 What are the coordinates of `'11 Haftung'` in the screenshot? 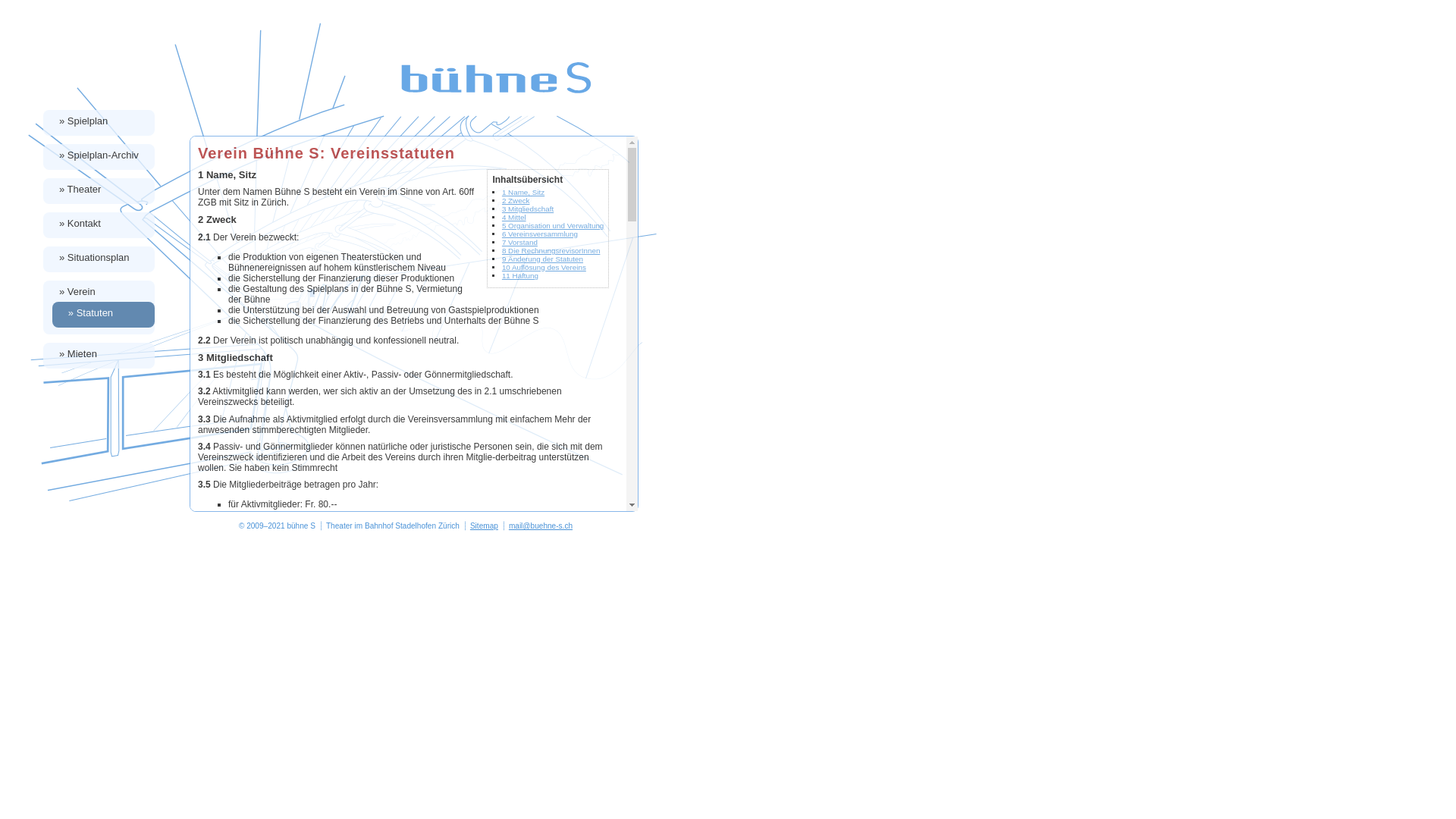 It's located at (520, 275).